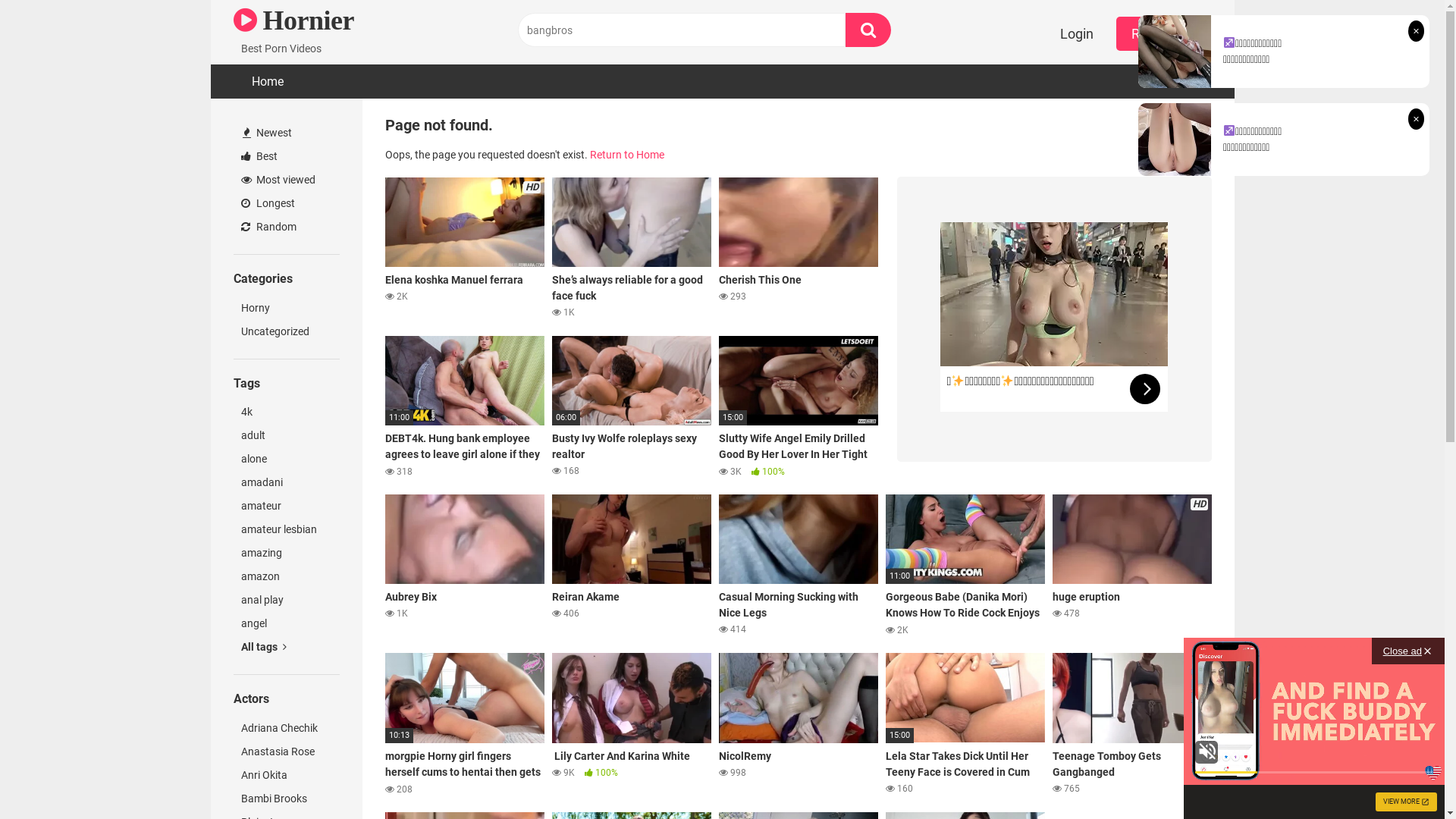 This screenshot has width=1456, height=819. What do you see at coordinates (1156, 33) in the screenshot?
I see `'Register'` at bounding box center [1156, 33].